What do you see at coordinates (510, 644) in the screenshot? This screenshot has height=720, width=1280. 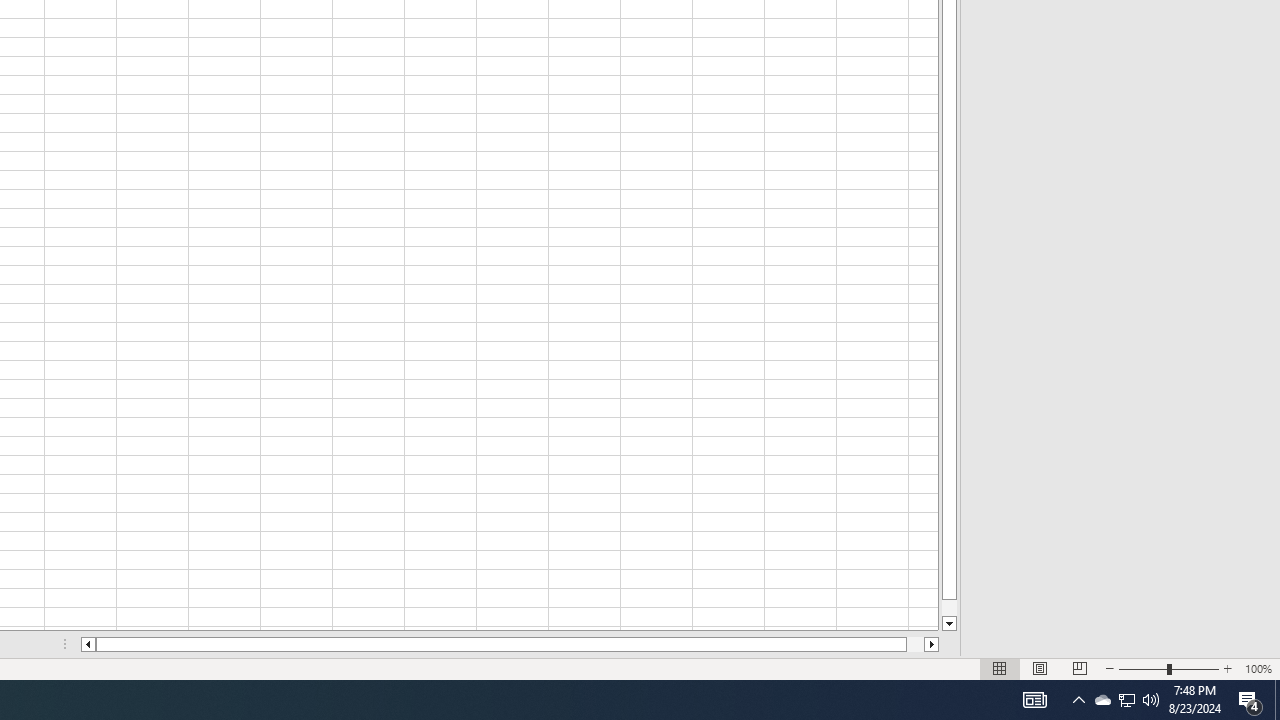 I see `'Class: NetUIScrollBar'` at bounding box center [510, 644].